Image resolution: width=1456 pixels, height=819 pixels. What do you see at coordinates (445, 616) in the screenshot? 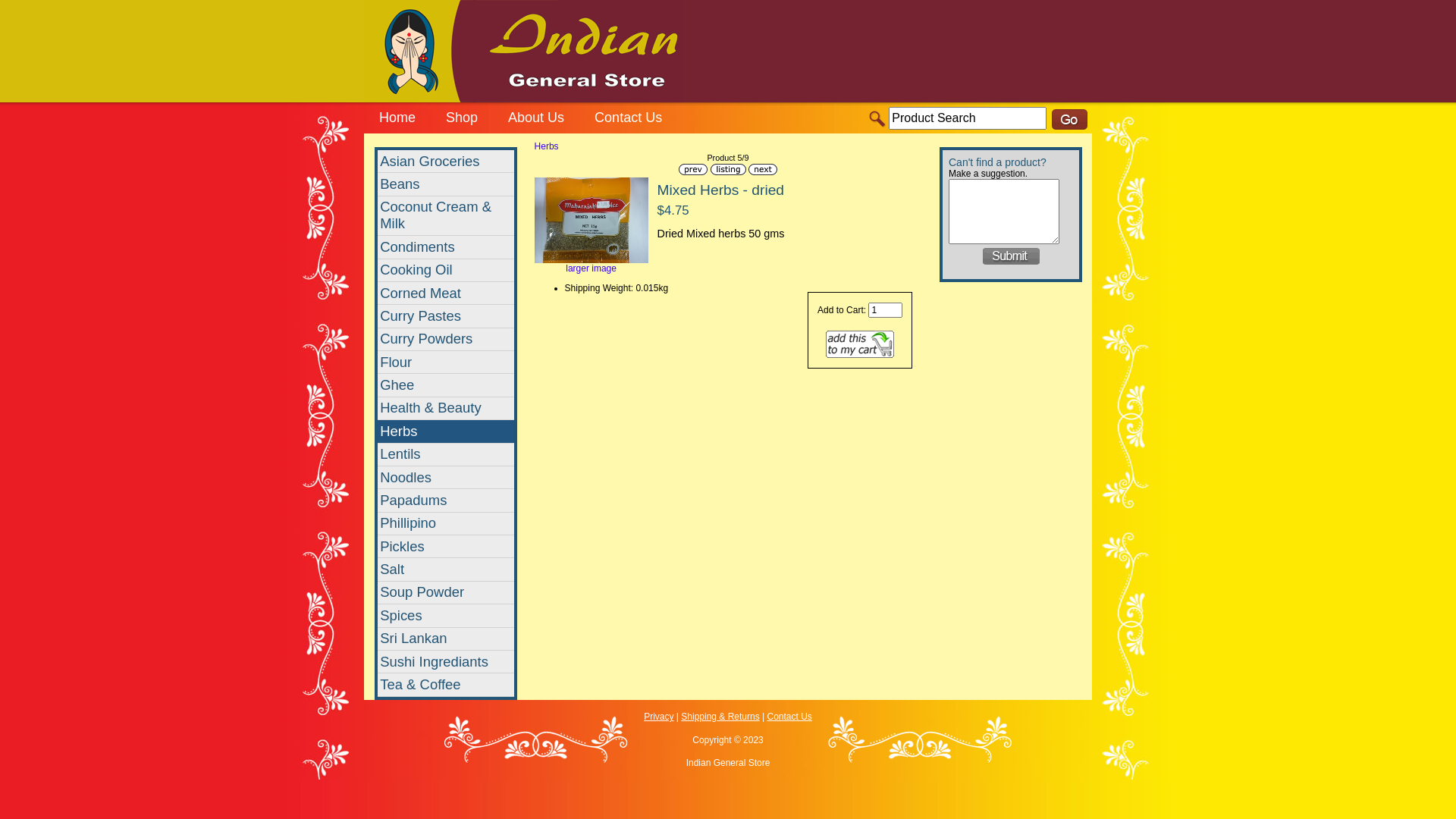
I see `'Spices'` at bounding box center [445, 616].